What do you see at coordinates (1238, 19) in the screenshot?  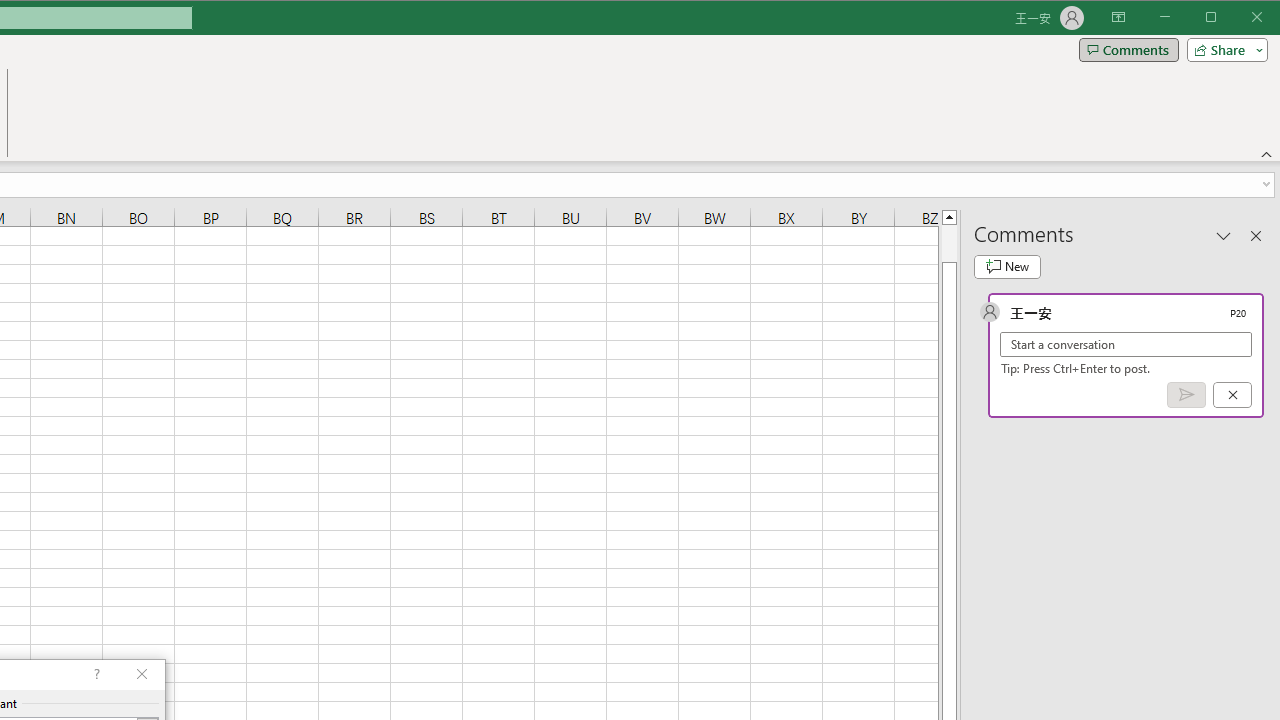 I see `'Maximize'` at bounding box center [1238, 19].